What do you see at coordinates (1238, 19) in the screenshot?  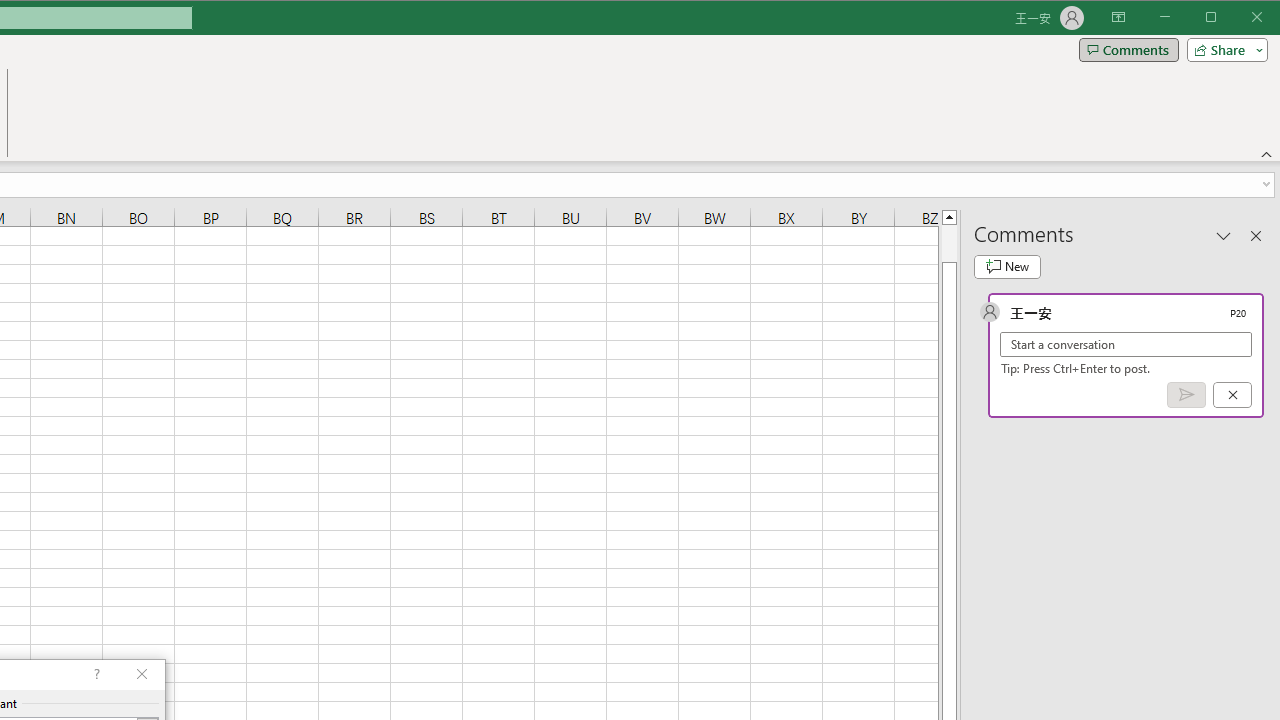 I see `'Maximize'` at bounding box center [1238, 19].